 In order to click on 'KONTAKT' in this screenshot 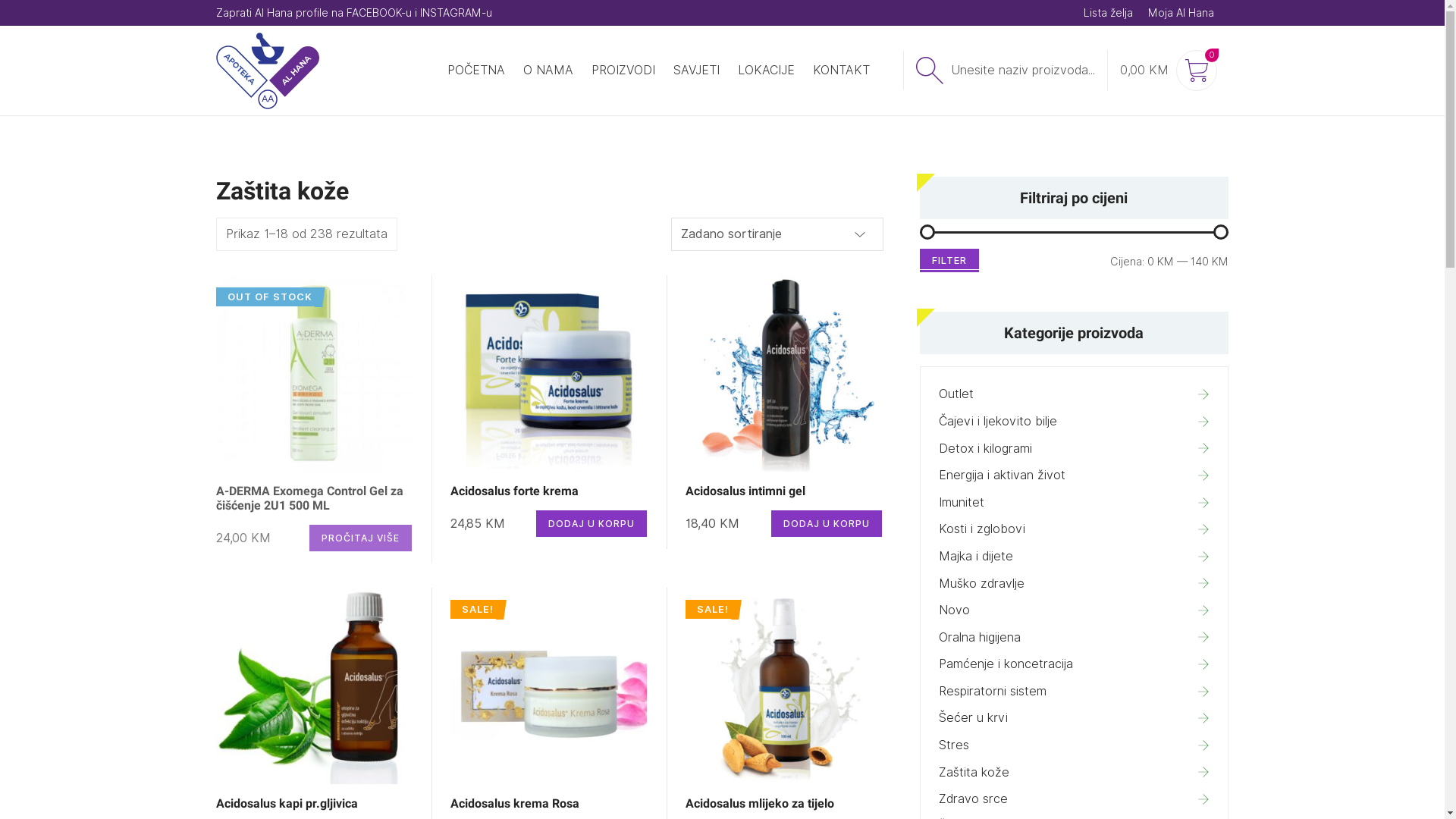, I will do `click(840, 70)`.